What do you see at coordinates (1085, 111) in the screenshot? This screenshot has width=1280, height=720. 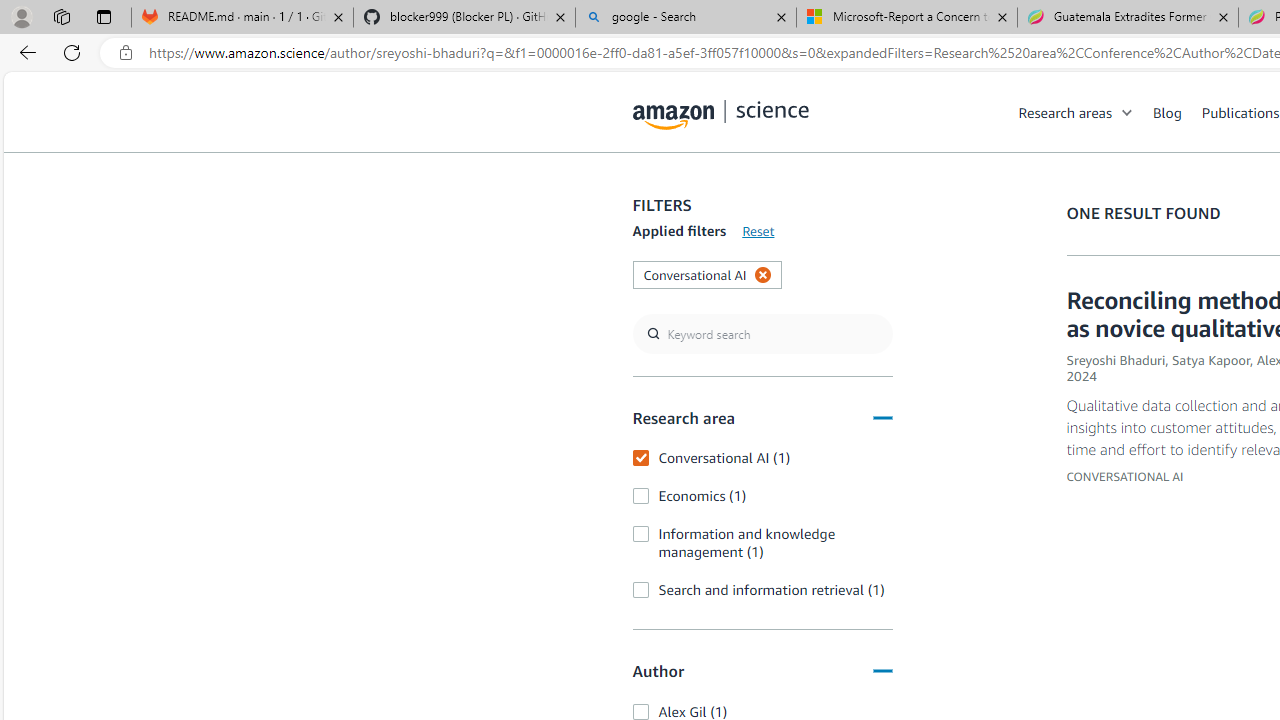 I see `'Research areas'` at bounding box center [1085, 111].